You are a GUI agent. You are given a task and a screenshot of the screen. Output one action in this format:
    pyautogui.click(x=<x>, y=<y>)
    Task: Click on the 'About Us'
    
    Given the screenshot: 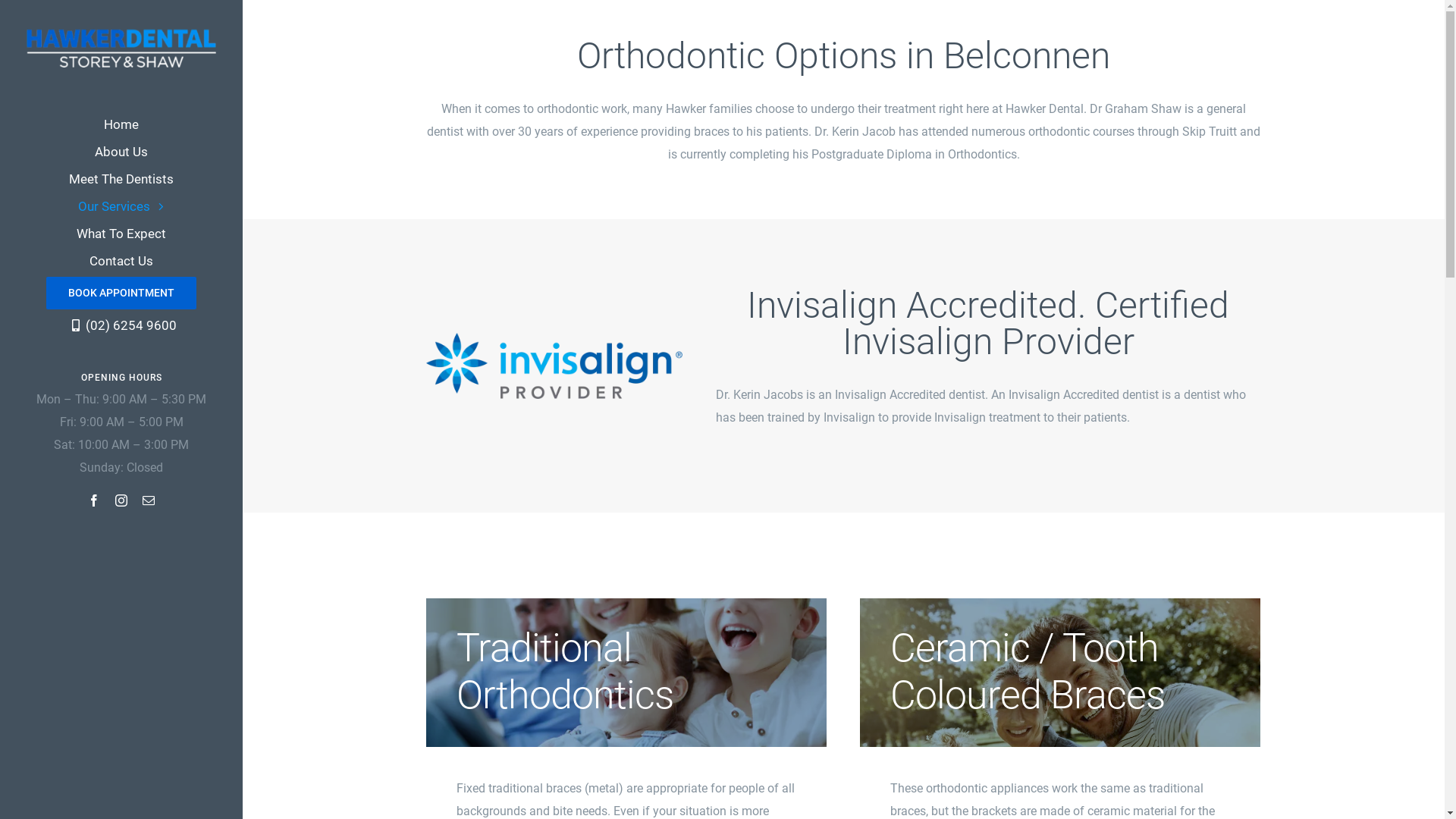 What is the action you would take?
    pyautogui.click(x=120, y=152)
    